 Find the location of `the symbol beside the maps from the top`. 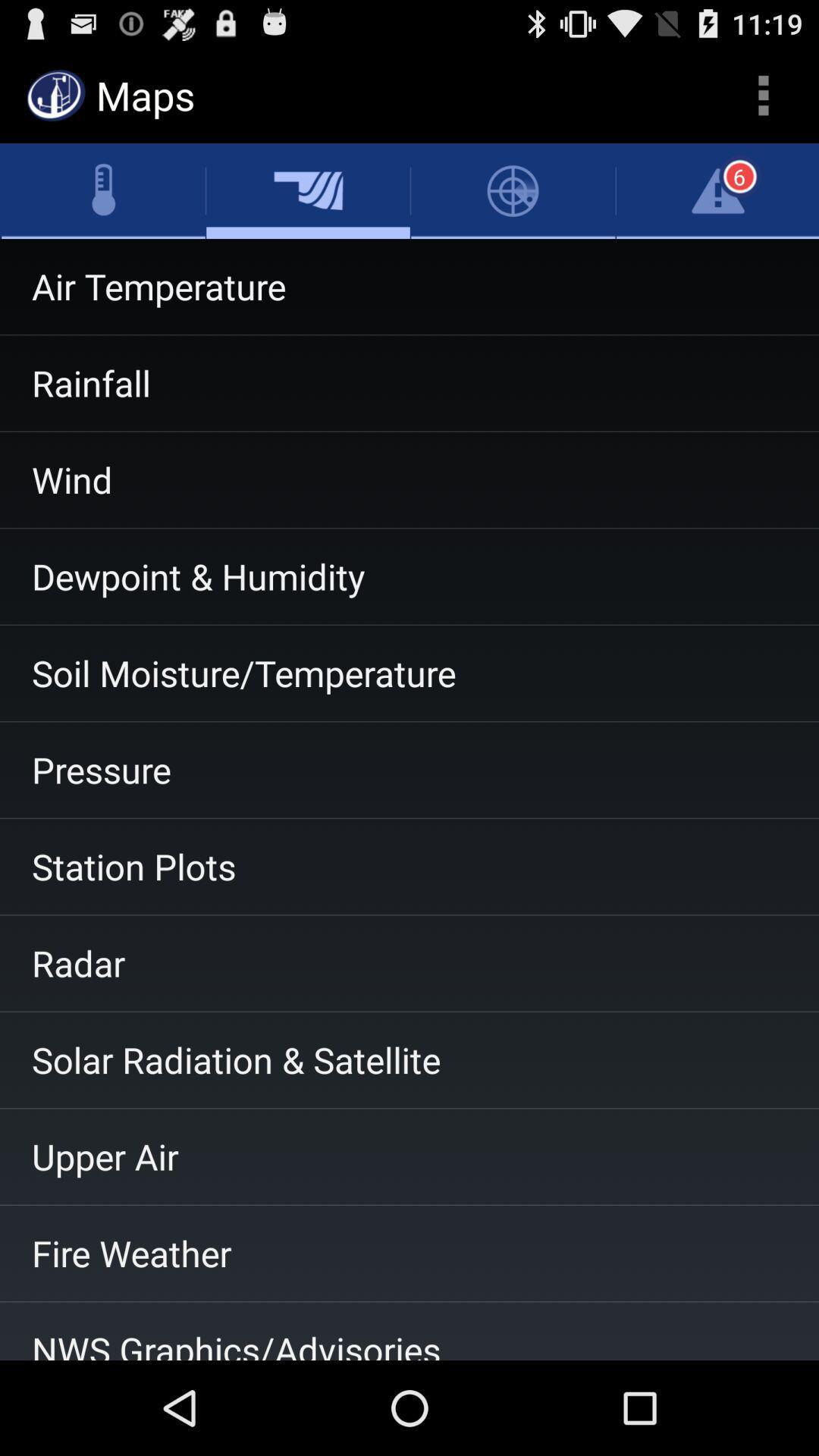

the symbol beside the maps from the top is located at coordinates (55, 94).